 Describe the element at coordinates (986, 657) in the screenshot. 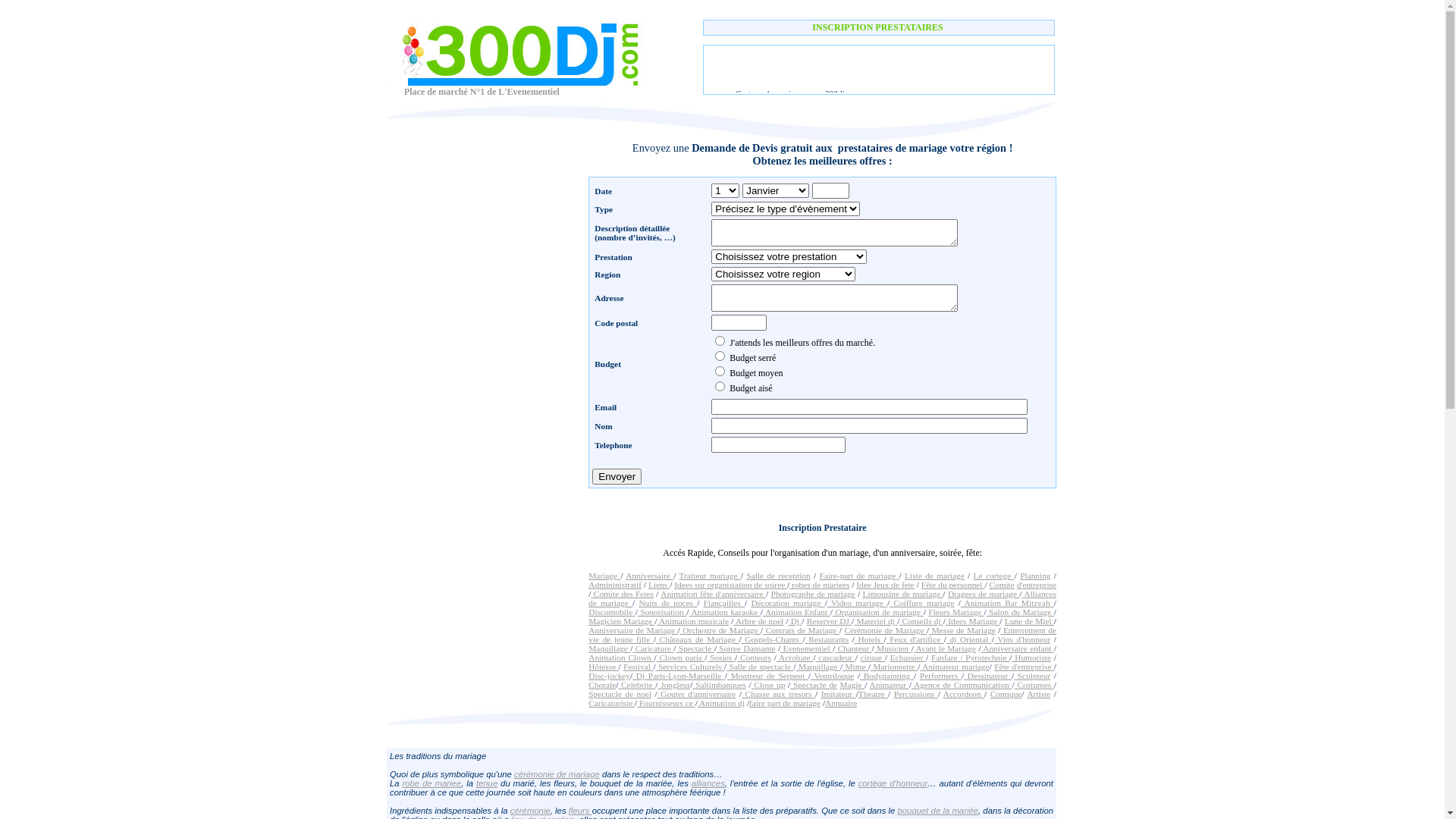

I see `'Pyrotechnie'` at that location.